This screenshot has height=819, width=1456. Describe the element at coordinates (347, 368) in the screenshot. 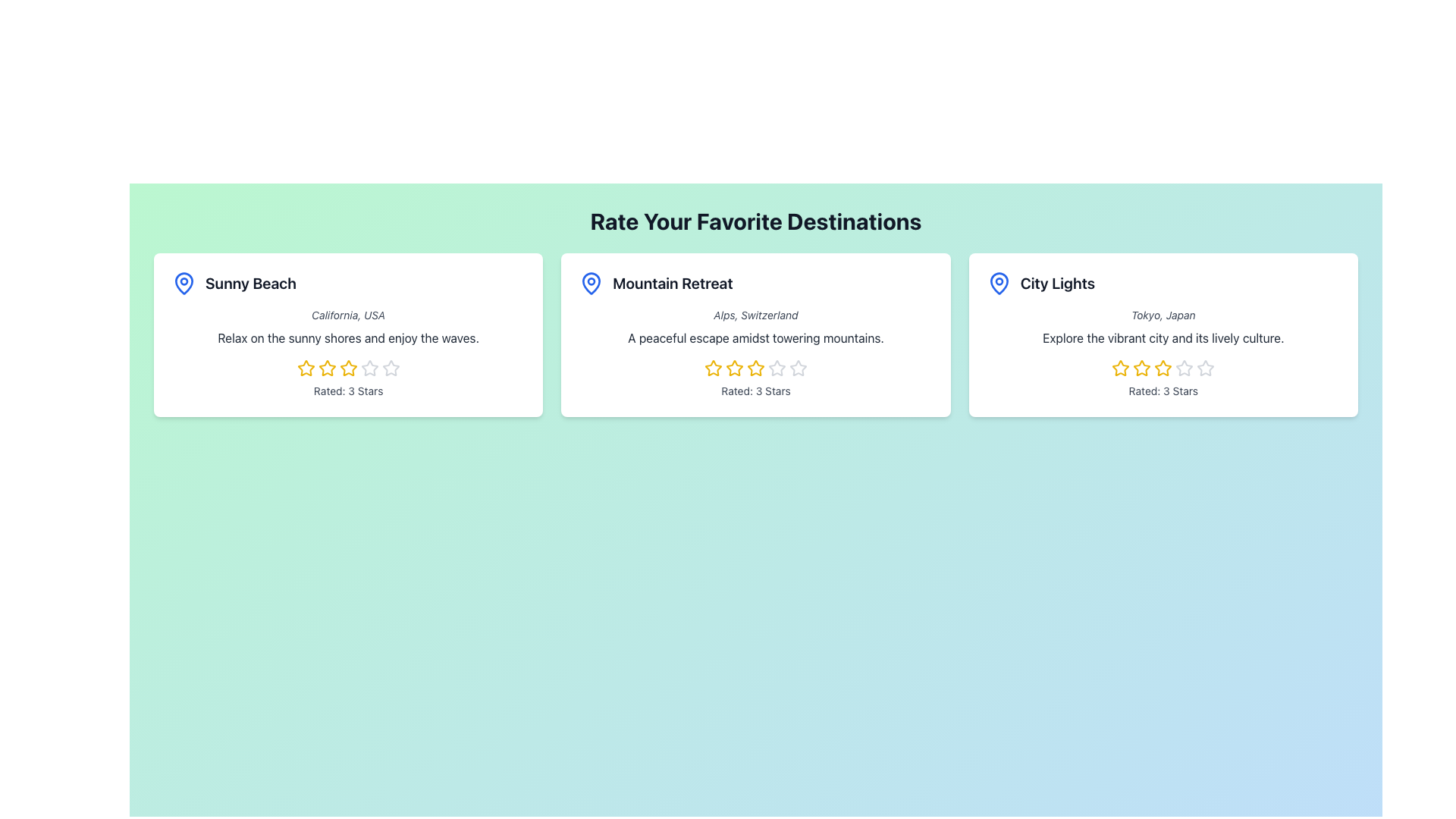

I see `the third star` at that location.